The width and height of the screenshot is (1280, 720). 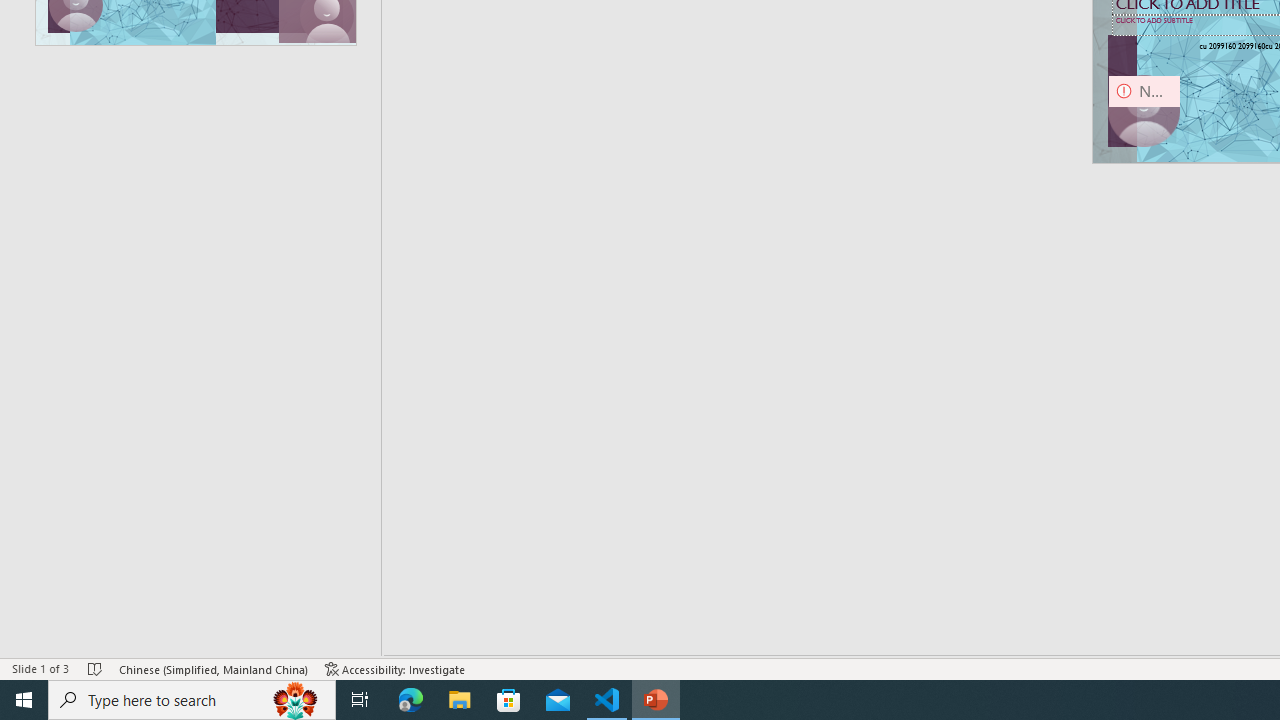 What do you see at coordinates (95, 669) in the screenshot?
I see `'Spell Check No Errors'` at bounding box center [95, 669].